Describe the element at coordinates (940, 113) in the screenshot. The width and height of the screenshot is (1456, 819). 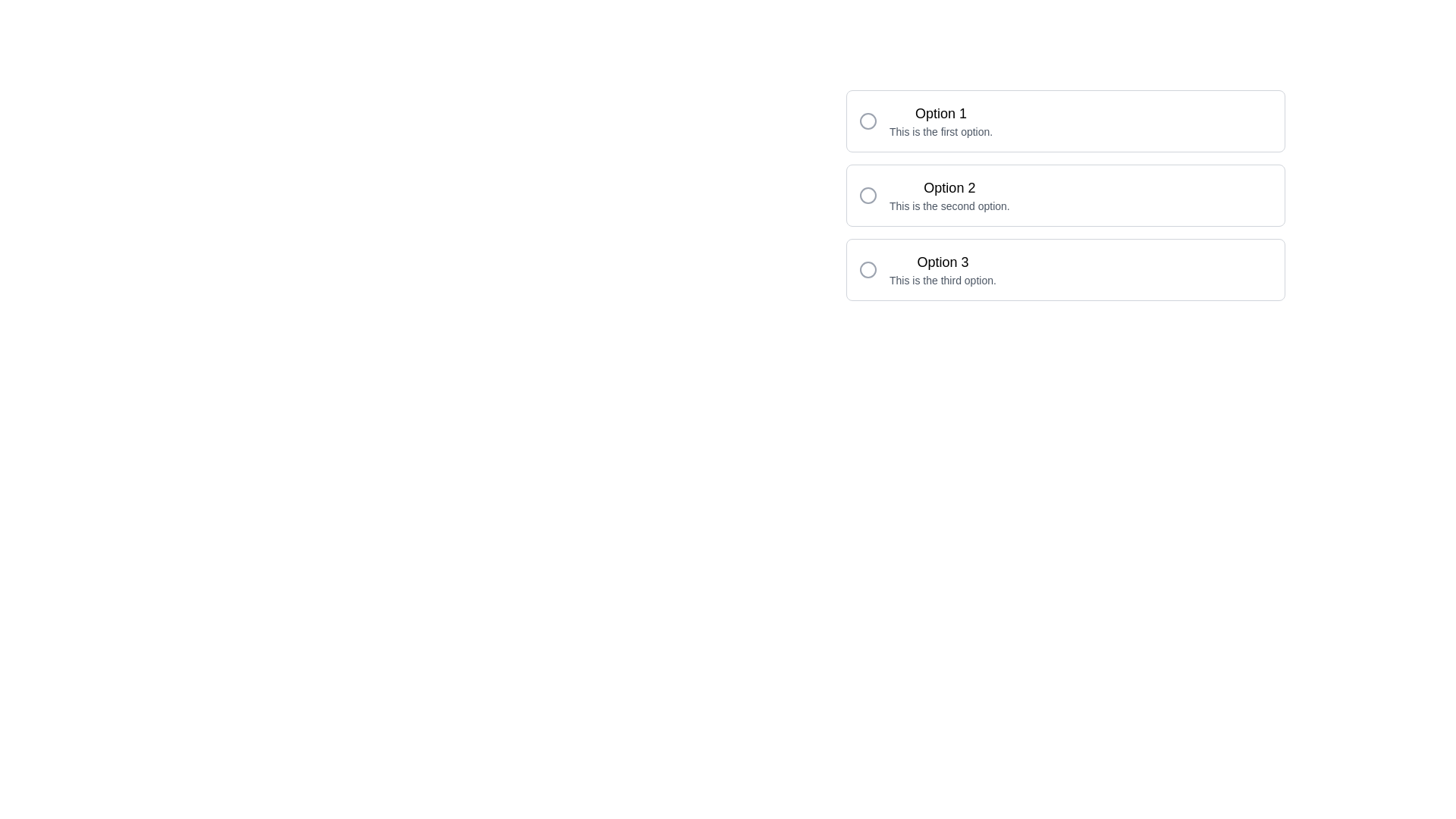
I see `static label 'Option 1' which is a medium-sized bold text located at the top-left of the segmented area containing other options` at that location.